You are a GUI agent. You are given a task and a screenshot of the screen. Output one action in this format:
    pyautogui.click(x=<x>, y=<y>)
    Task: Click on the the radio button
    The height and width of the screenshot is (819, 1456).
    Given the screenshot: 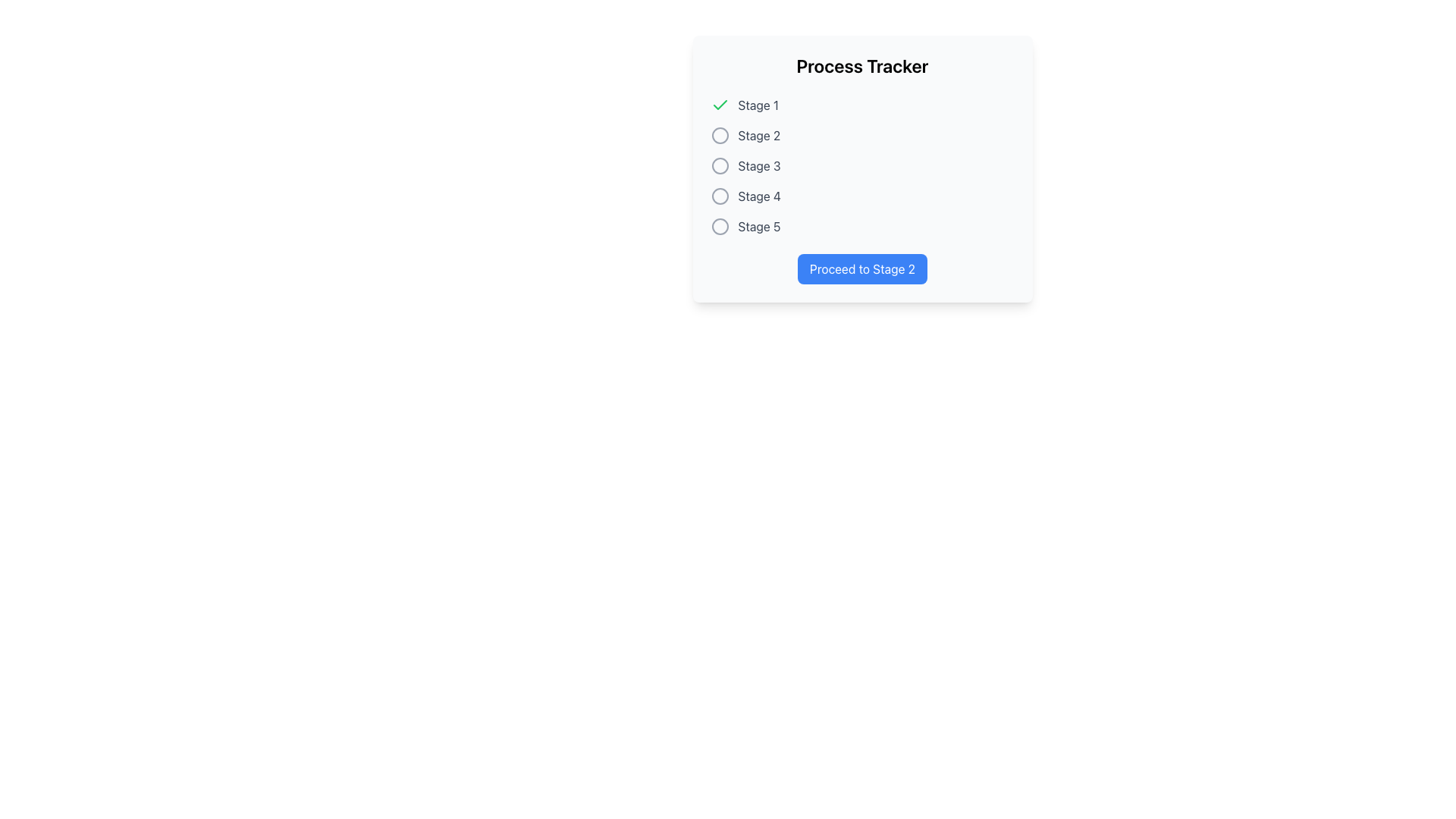 What is the action you would take?
    pyautogui.click(x=719, y=166)
    